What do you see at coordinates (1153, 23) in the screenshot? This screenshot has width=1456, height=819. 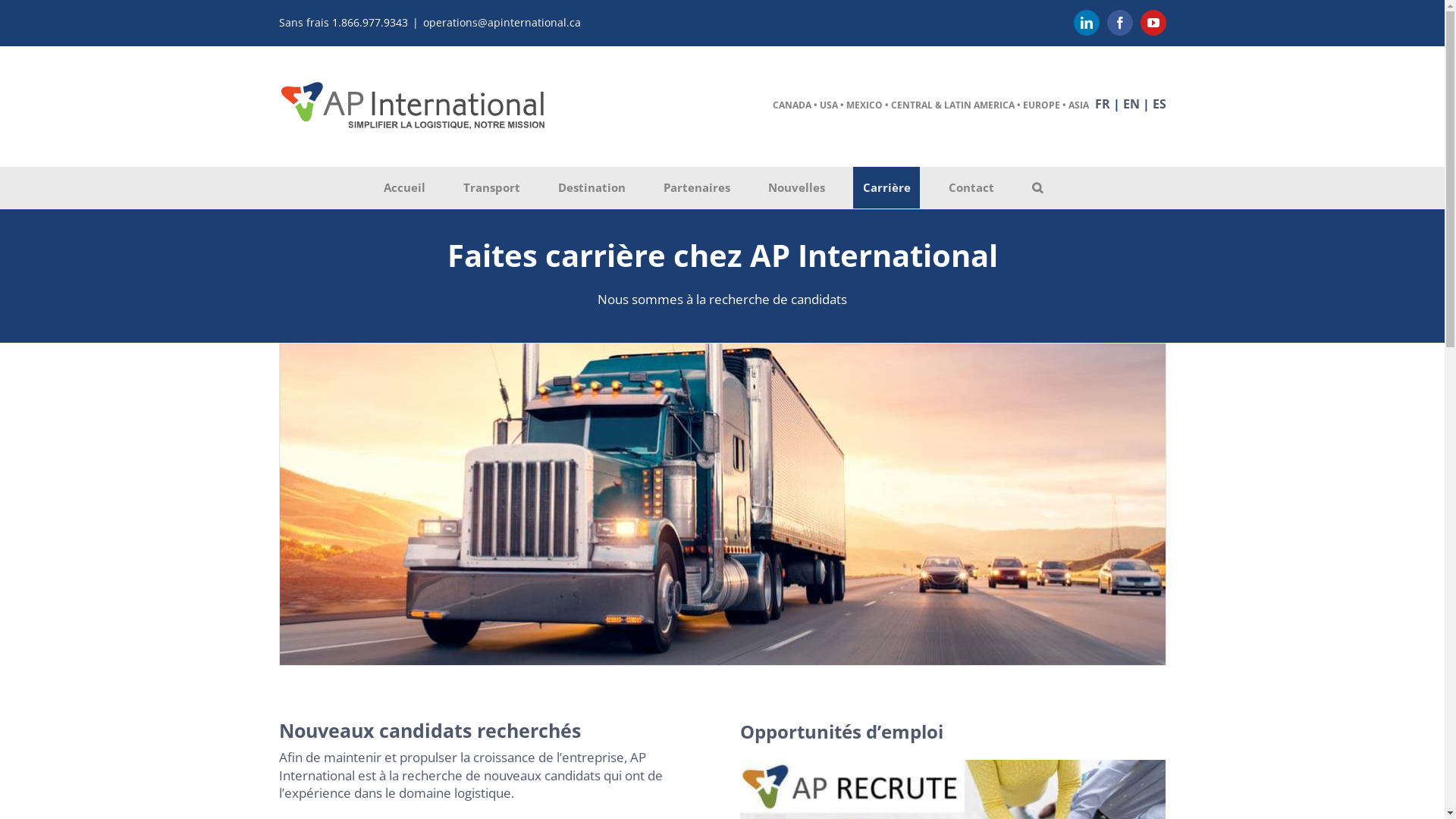 I see `'YouTube'` at bounding box center [1153, 23].